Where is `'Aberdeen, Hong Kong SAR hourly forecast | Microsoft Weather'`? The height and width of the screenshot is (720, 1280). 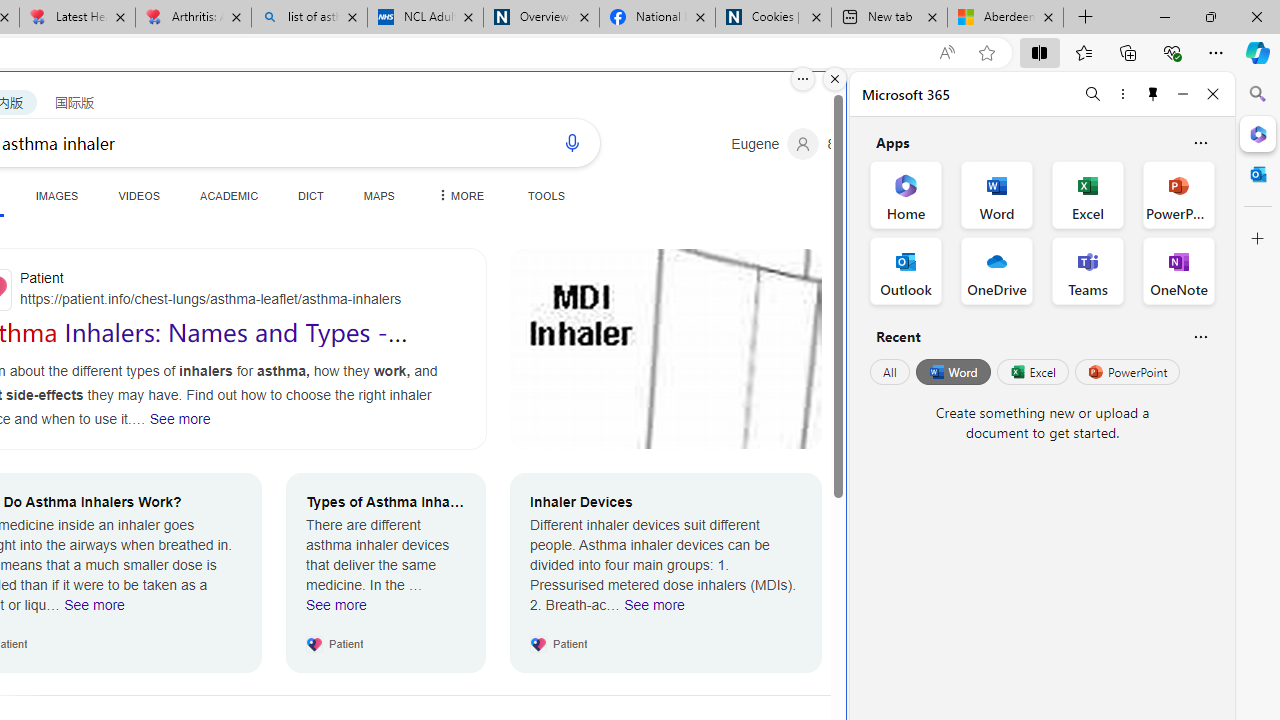
'Aberdeen, Hong Kong SAR hourly forecast | Microsoft Weather' is located at coordinates (1006, 17).